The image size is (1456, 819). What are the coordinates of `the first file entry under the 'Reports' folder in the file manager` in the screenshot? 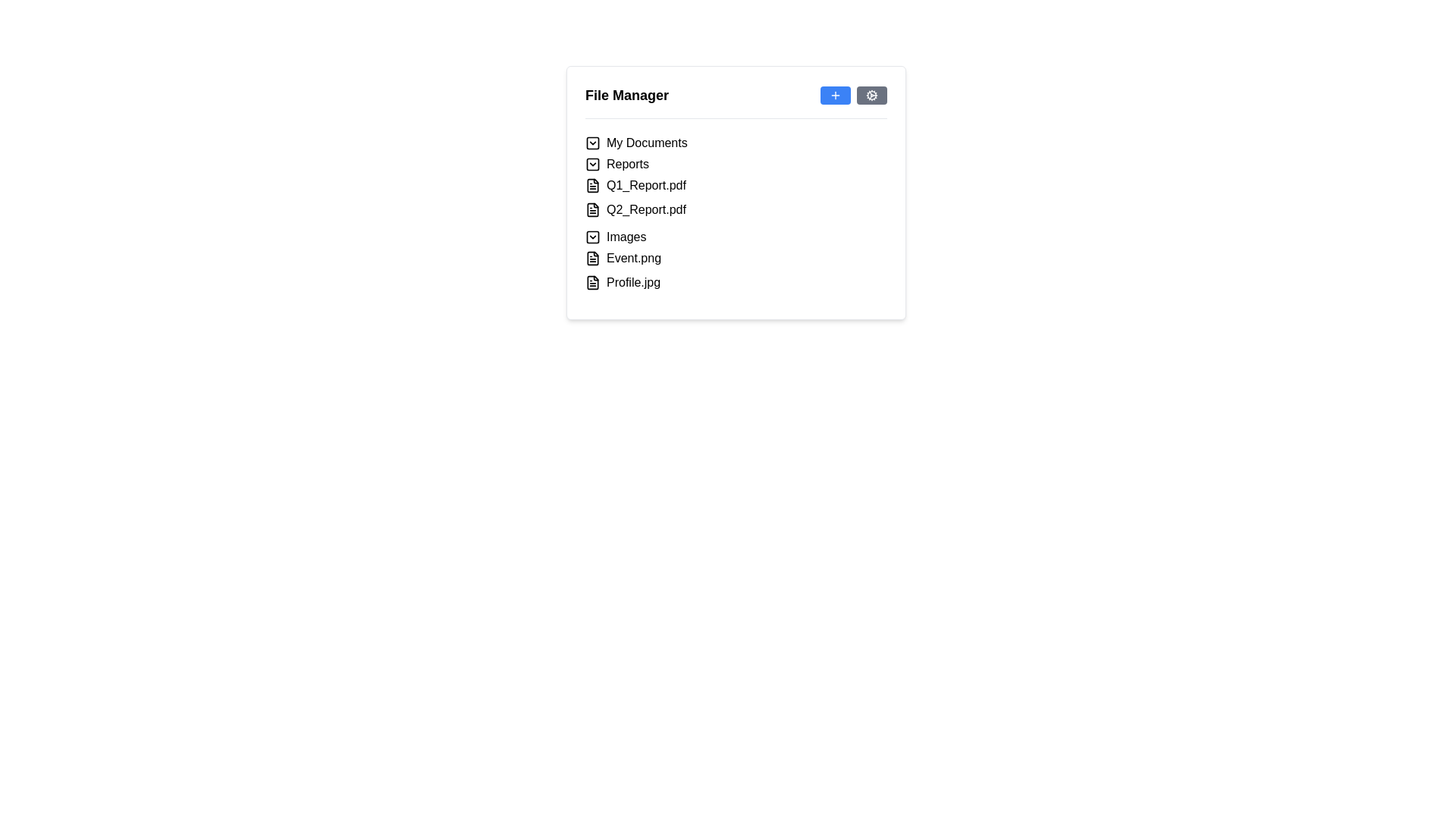 It's located at (736, 185).